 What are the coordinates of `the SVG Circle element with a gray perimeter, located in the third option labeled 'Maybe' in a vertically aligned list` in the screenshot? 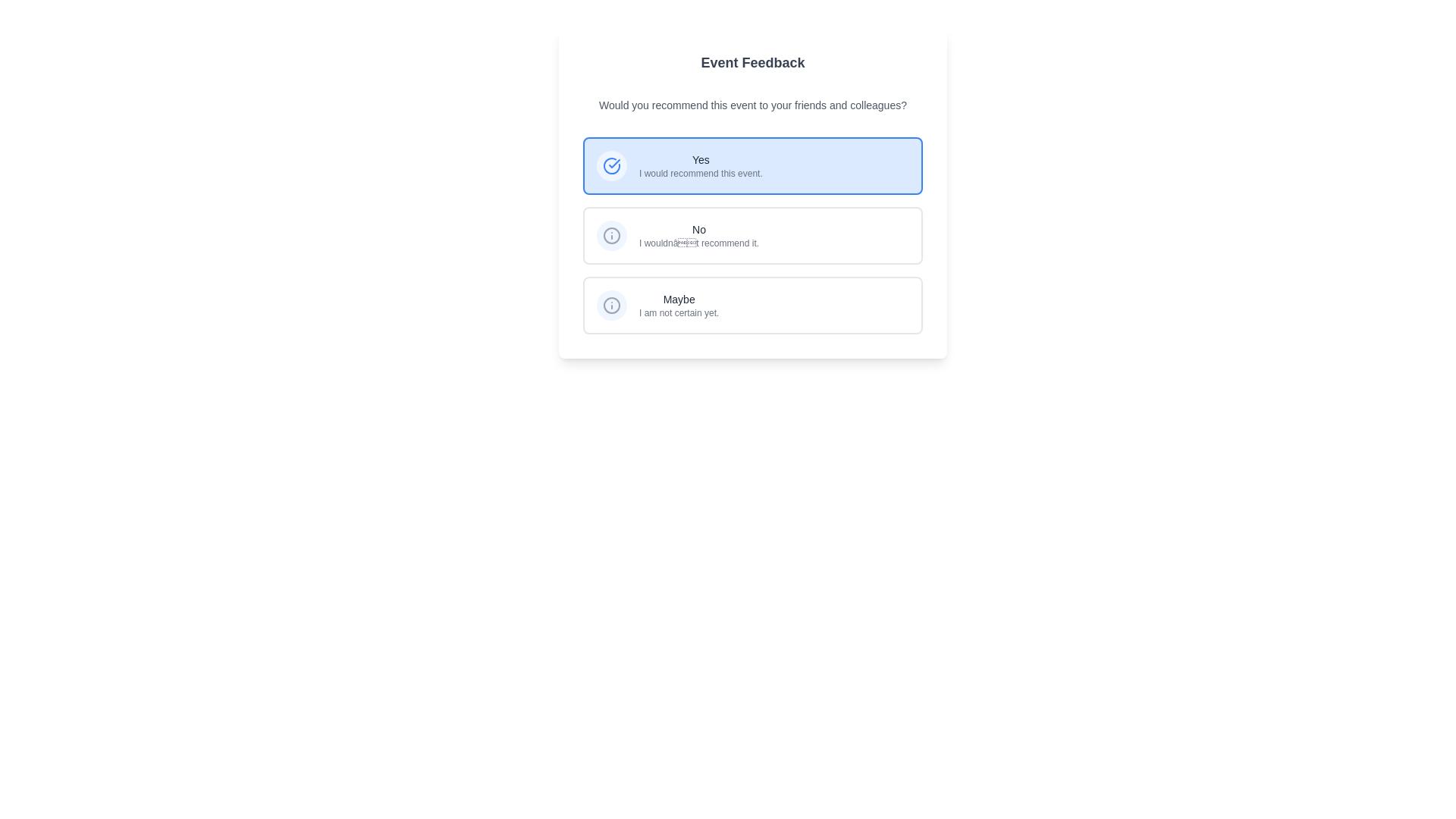 It's located at (611, 305).